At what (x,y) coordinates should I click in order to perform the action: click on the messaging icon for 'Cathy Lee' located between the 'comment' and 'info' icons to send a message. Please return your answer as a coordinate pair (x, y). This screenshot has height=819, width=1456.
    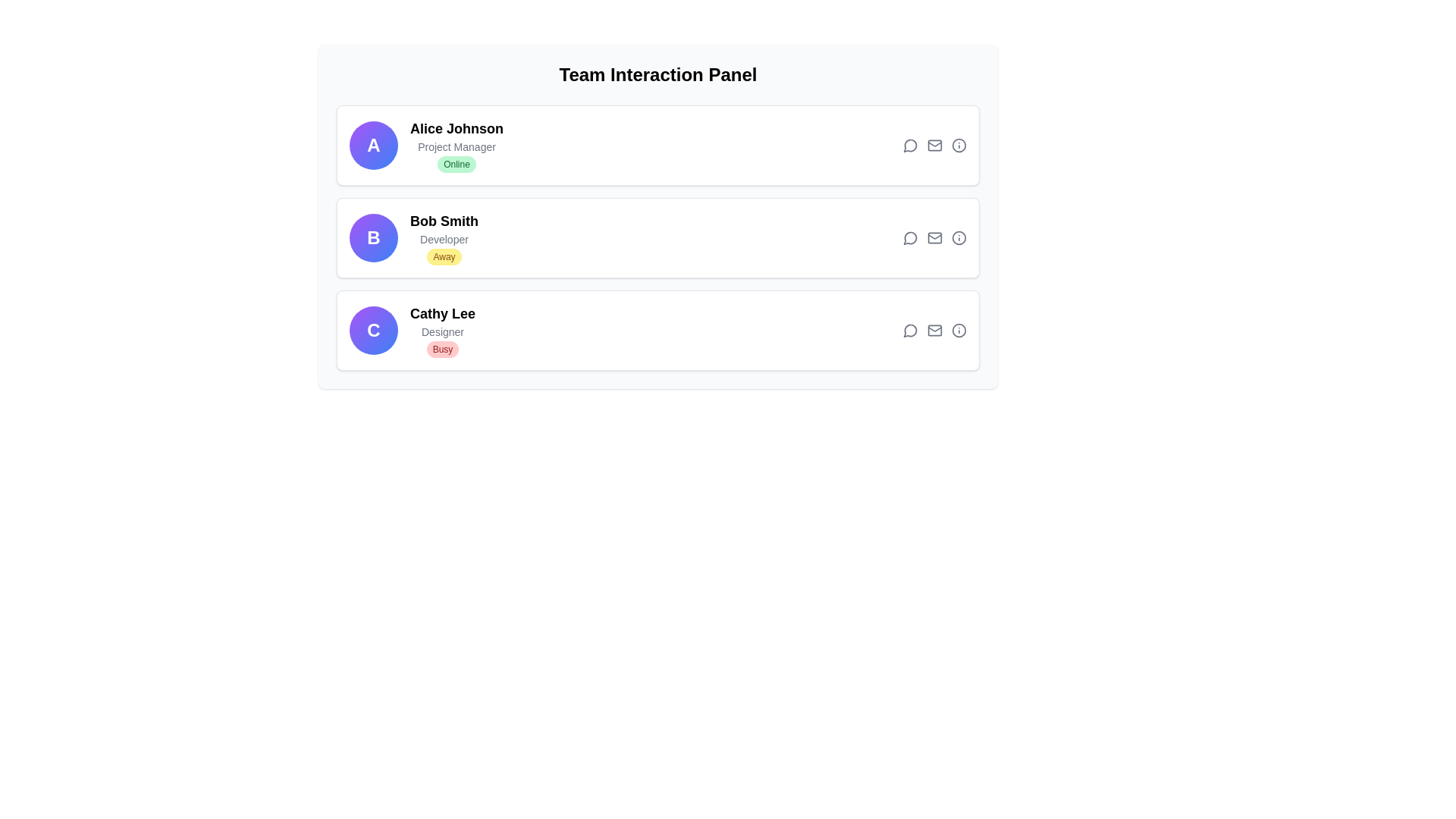
    Looking at the image, I should click on (934, 329).